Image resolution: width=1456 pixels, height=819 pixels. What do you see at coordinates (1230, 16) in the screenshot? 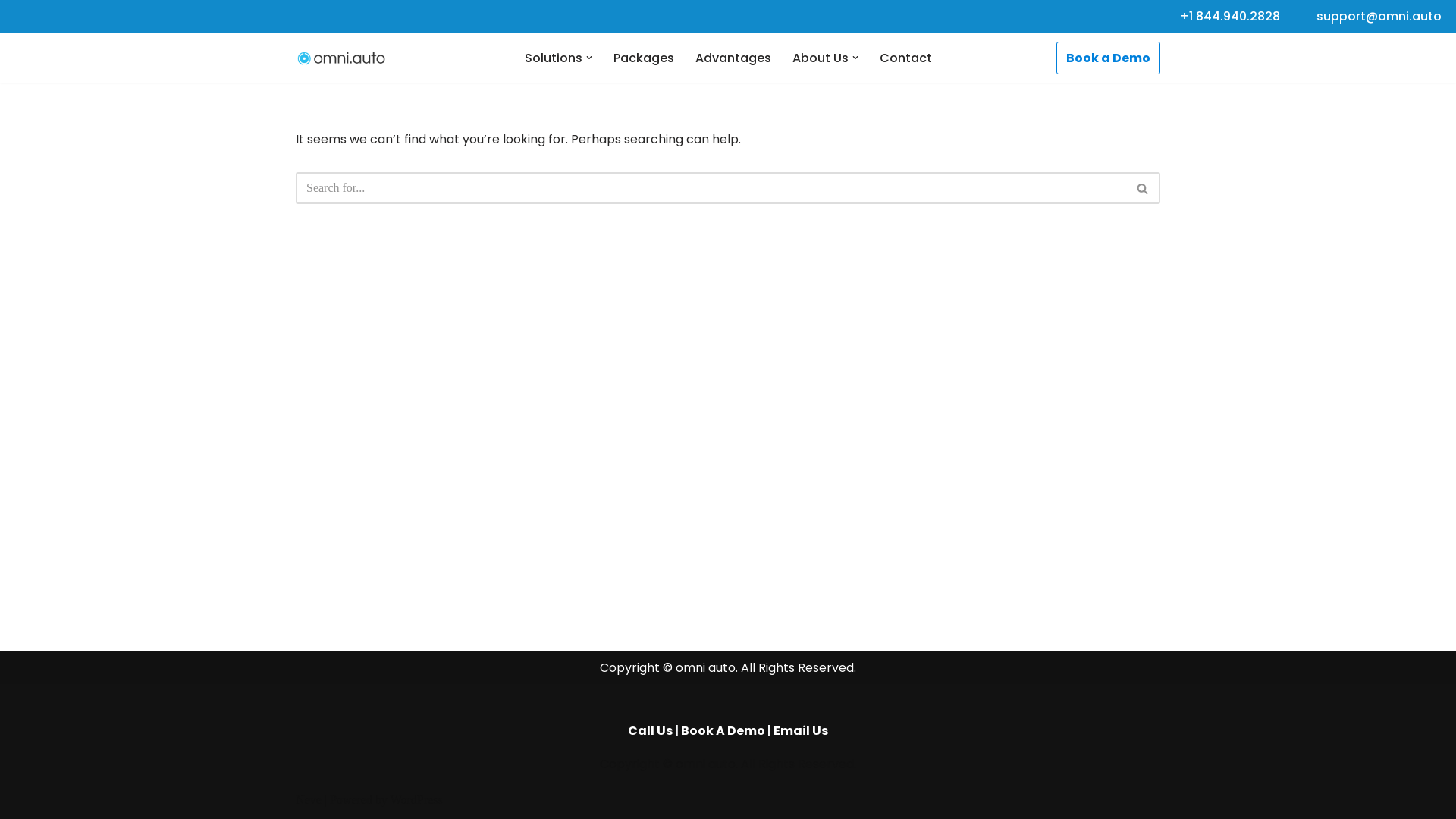
I see `'+1 844.940.2828'` at bounding box center [1230, 16].